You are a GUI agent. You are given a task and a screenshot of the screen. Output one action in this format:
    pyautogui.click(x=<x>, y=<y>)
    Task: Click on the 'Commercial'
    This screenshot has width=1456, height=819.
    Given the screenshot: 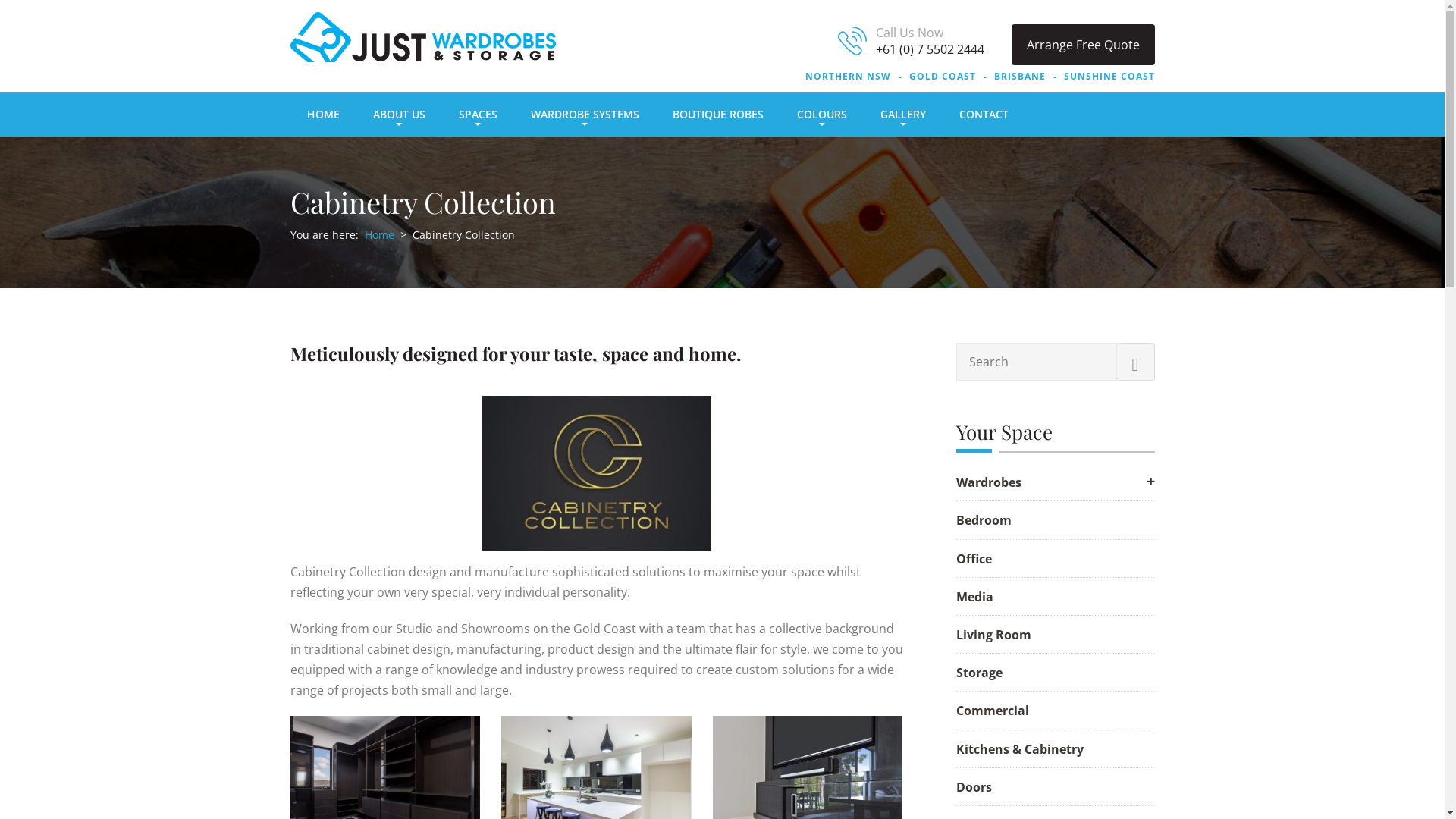 What is the action you would take?
    pyautogui.click(x=1054, y=711)
    